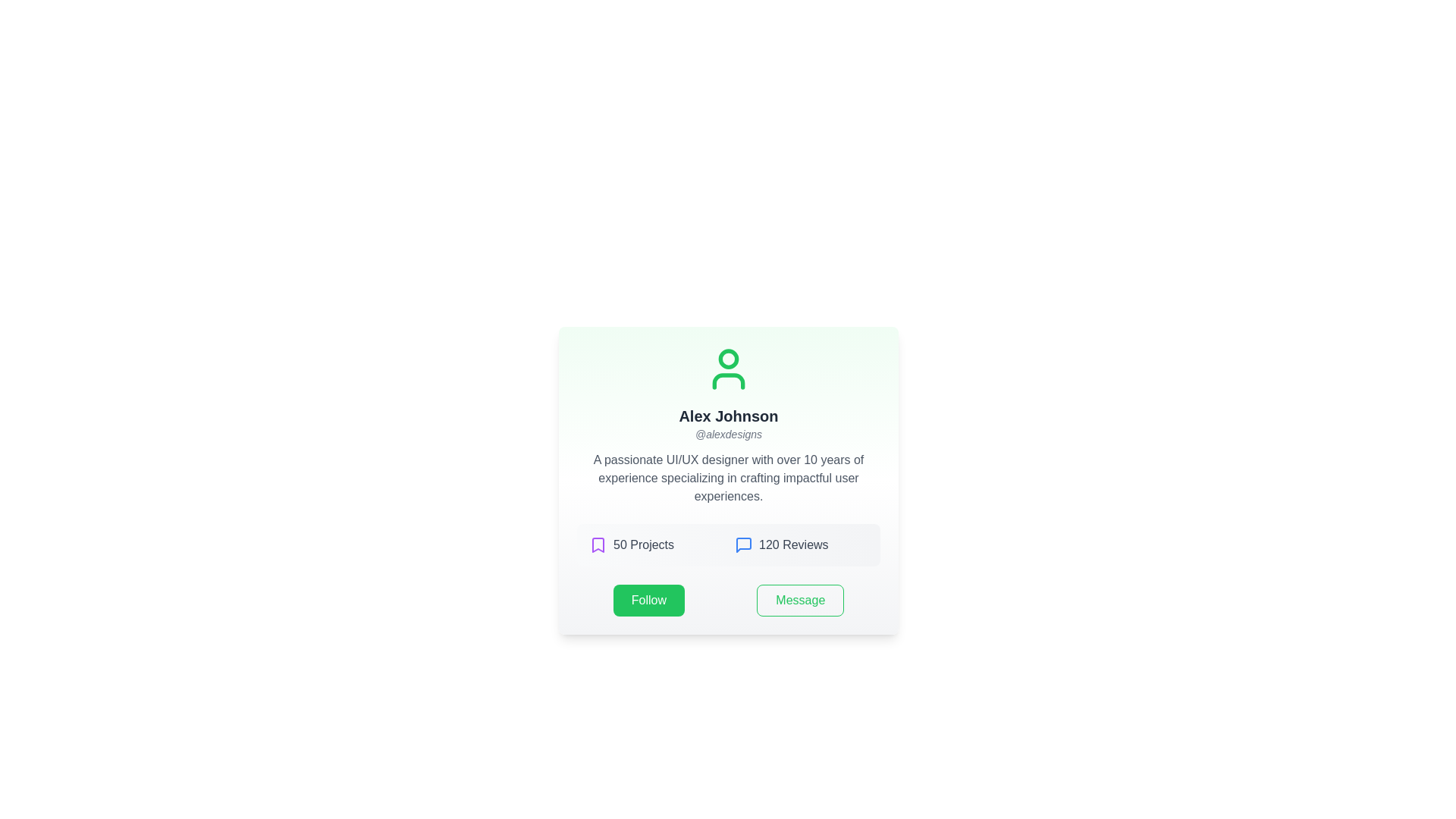  What do you see at coordinates (597, 544) in the screenshot?
I see `the bookmark icon located at the bottom-left area of the user card, which is the first element in a horizontal layout followed by the text '50 Projects'` at bounding box center [597, 544].